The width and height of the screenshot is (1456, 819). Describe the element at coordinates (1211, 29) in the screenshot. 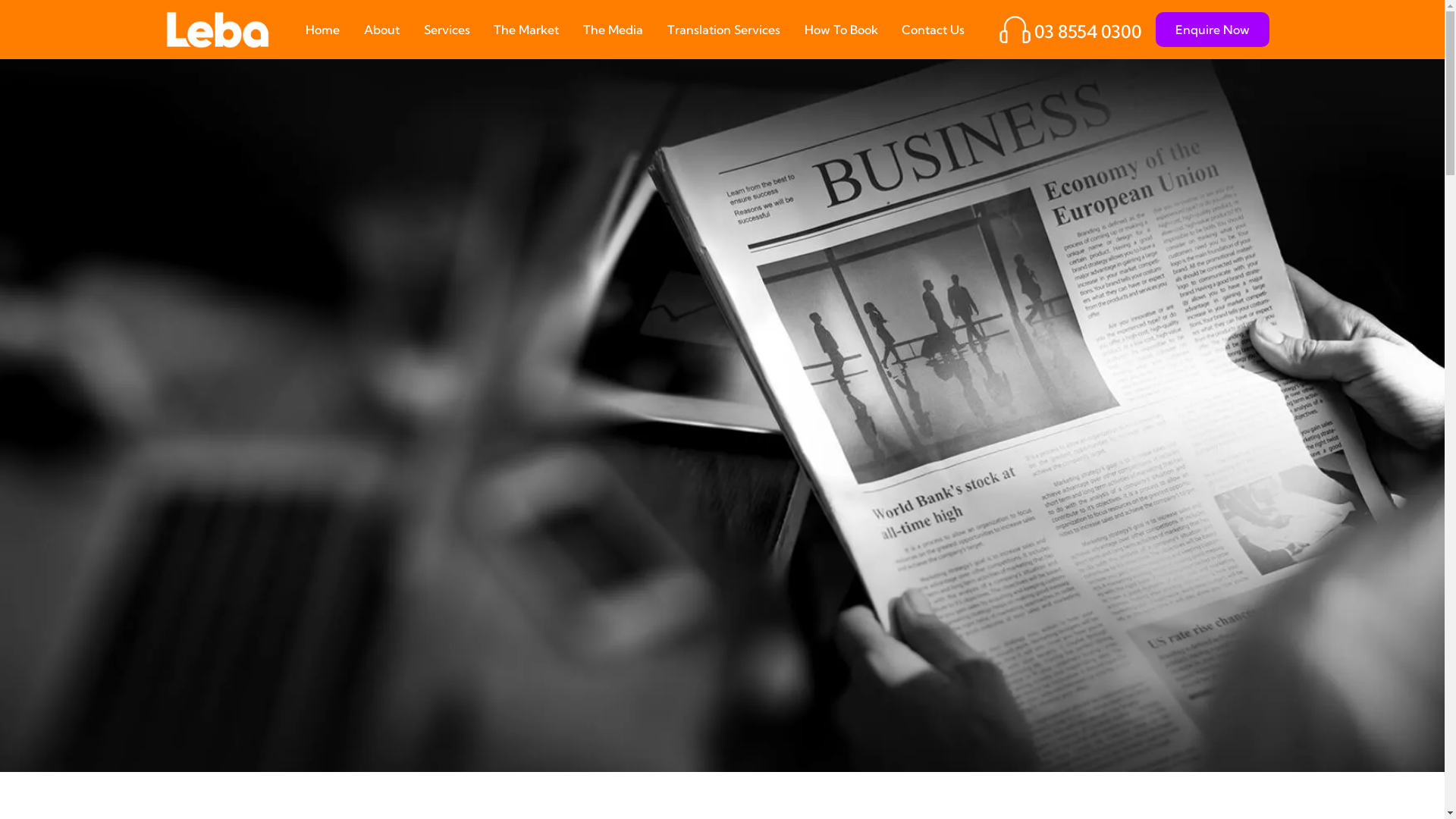

I see `'Enquire Now'` at that location.